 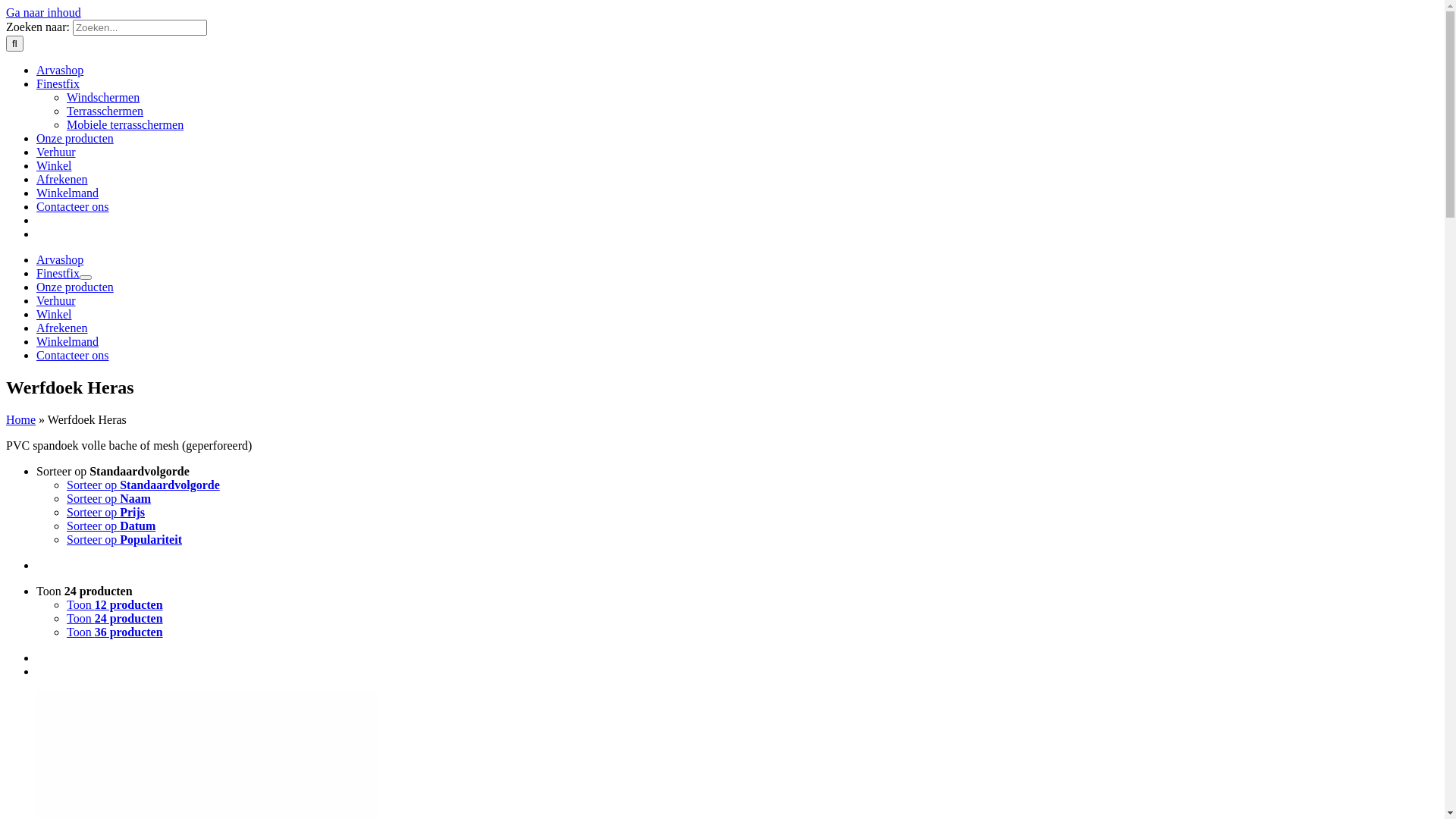 I want to click on 'Home', so click(x=20, y=419).